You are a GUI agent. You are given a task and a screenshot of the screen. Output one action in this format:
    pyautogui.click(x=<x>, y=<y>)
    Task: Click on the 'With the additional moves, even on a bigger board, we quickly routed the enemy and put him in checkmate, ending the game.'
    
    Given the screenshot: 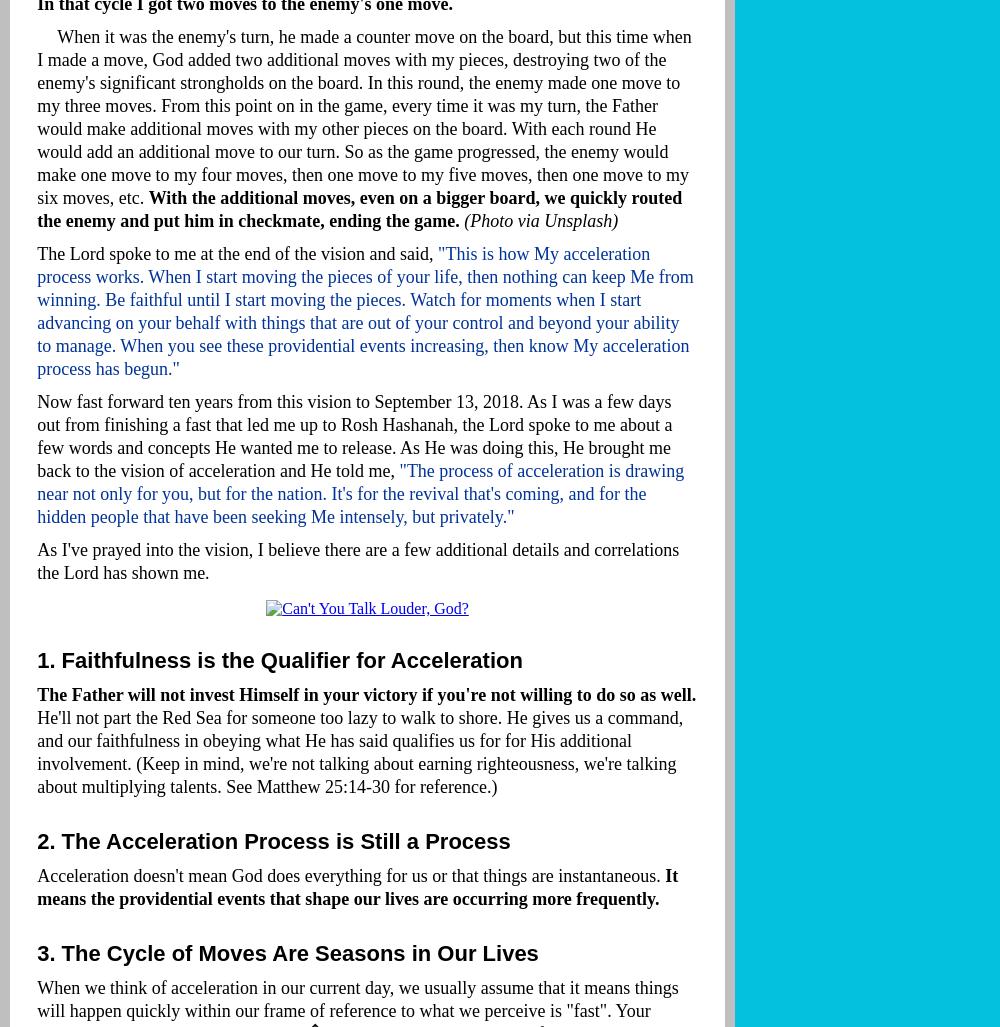 What is the action you would take?
    pyautogui.click(x=37, y=208)
    